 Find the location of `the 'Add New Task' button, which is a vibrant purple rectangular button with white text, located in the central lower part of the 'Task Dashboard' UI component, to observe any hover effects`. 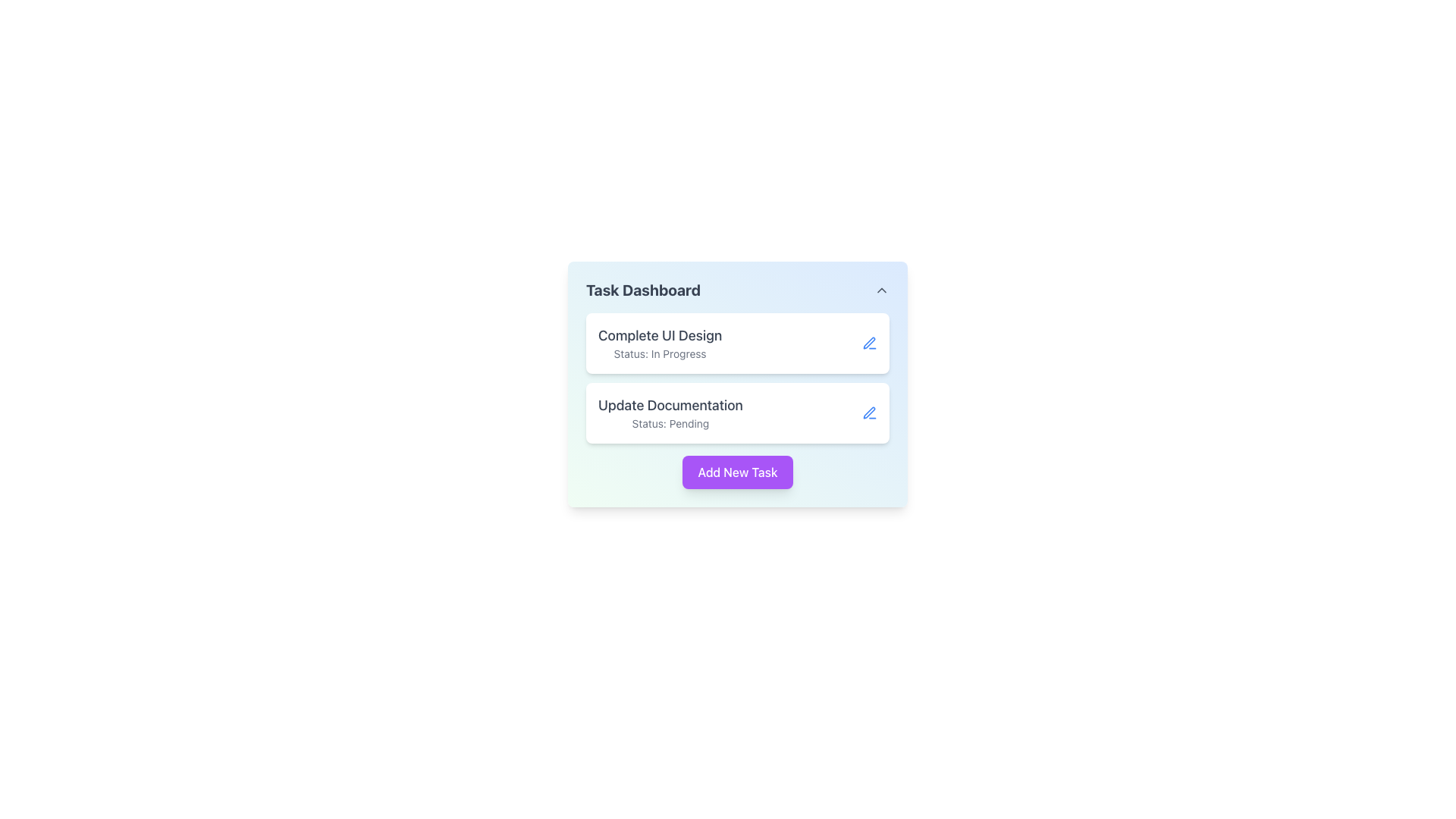

the 'Add New Task' button, which is a vibrant purple rectangular button with white text, located in the central lower part of the 'Task Dashboard' UI component, to observe any hover effects is located at coordinates (738, 472).